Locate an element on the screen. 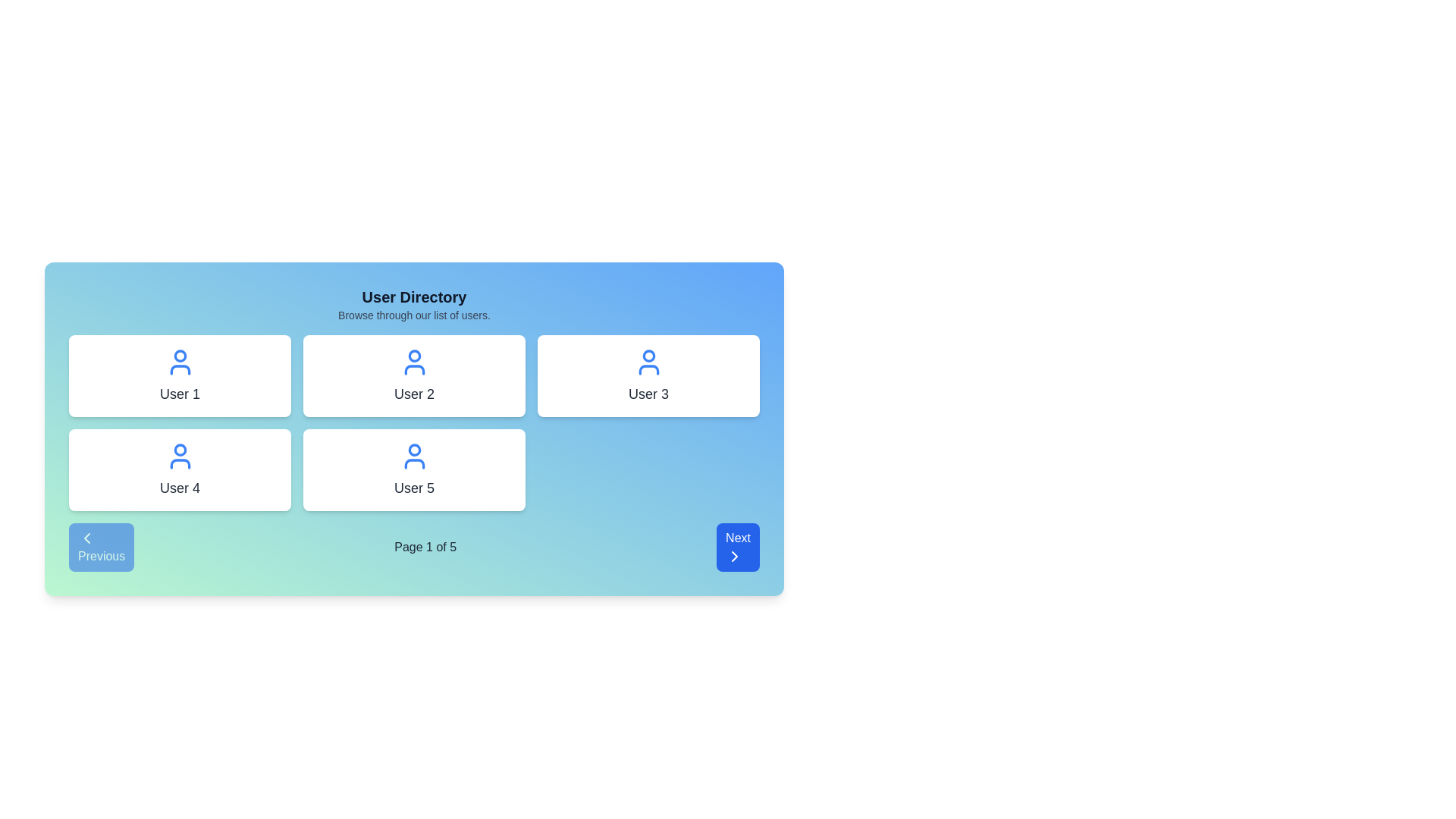 This screenshot has height=819, width=1456. the lower portion of the user icon representing 'User 4', specifically the curved line that forms the base of the icon is located at coordinates (180, 463).